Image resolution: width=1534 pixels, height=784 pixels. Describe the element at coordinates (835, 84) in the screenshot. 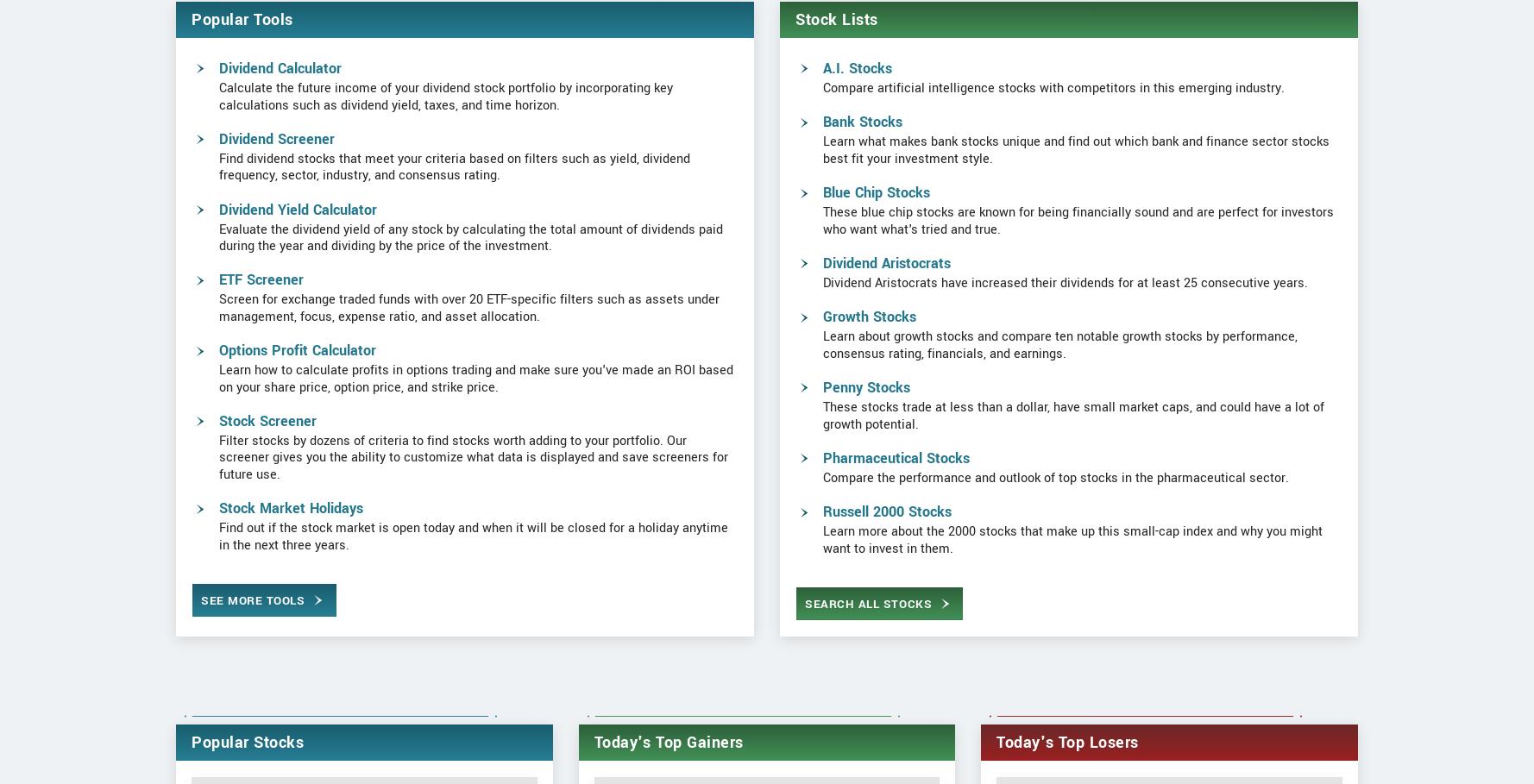

I see `'Stock Lists'` at that location.